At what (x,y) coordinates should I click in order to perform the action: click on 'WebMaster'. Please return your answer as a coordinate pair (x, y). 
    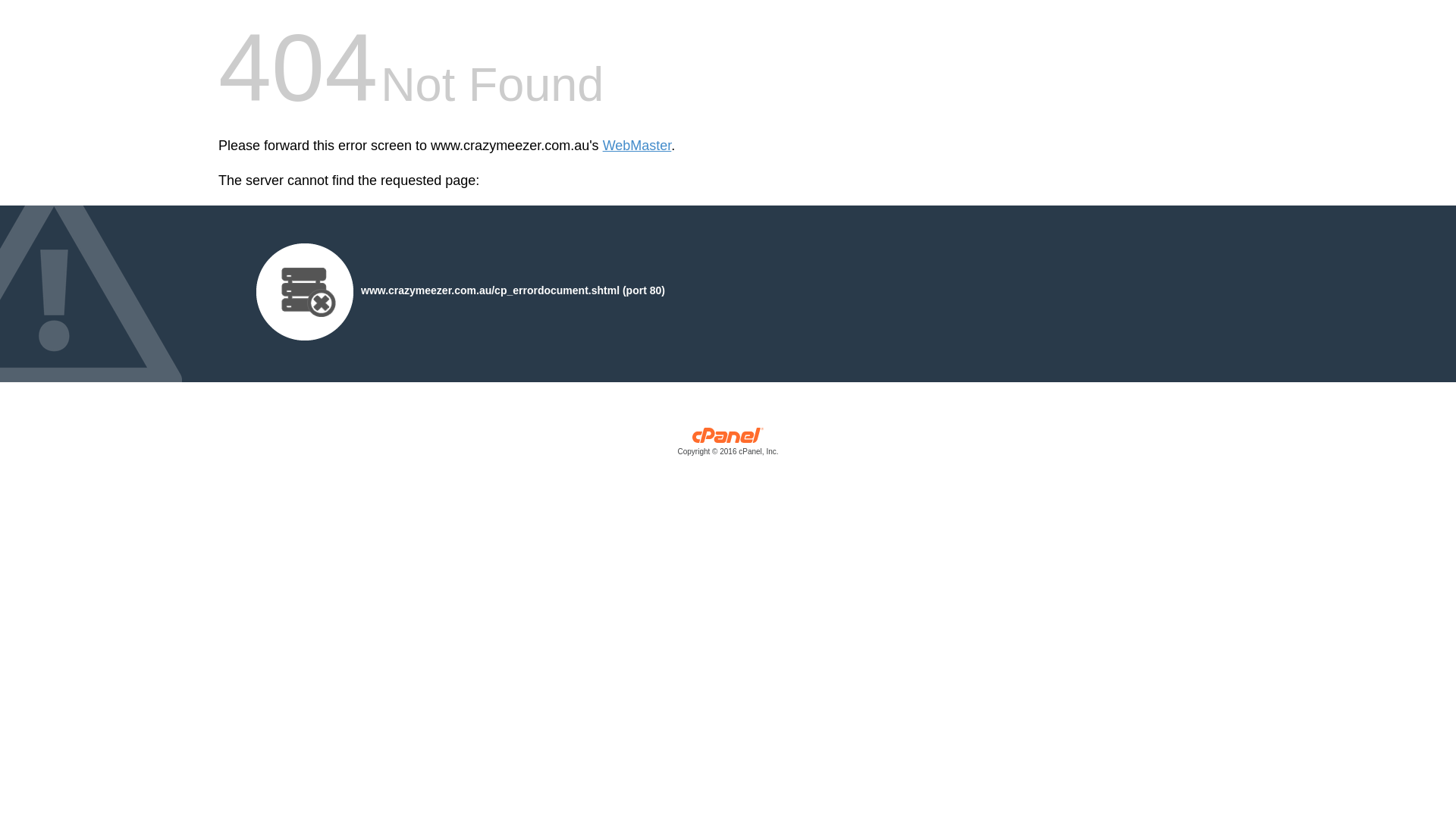
    Looking at the image, I should click on (637, 146).